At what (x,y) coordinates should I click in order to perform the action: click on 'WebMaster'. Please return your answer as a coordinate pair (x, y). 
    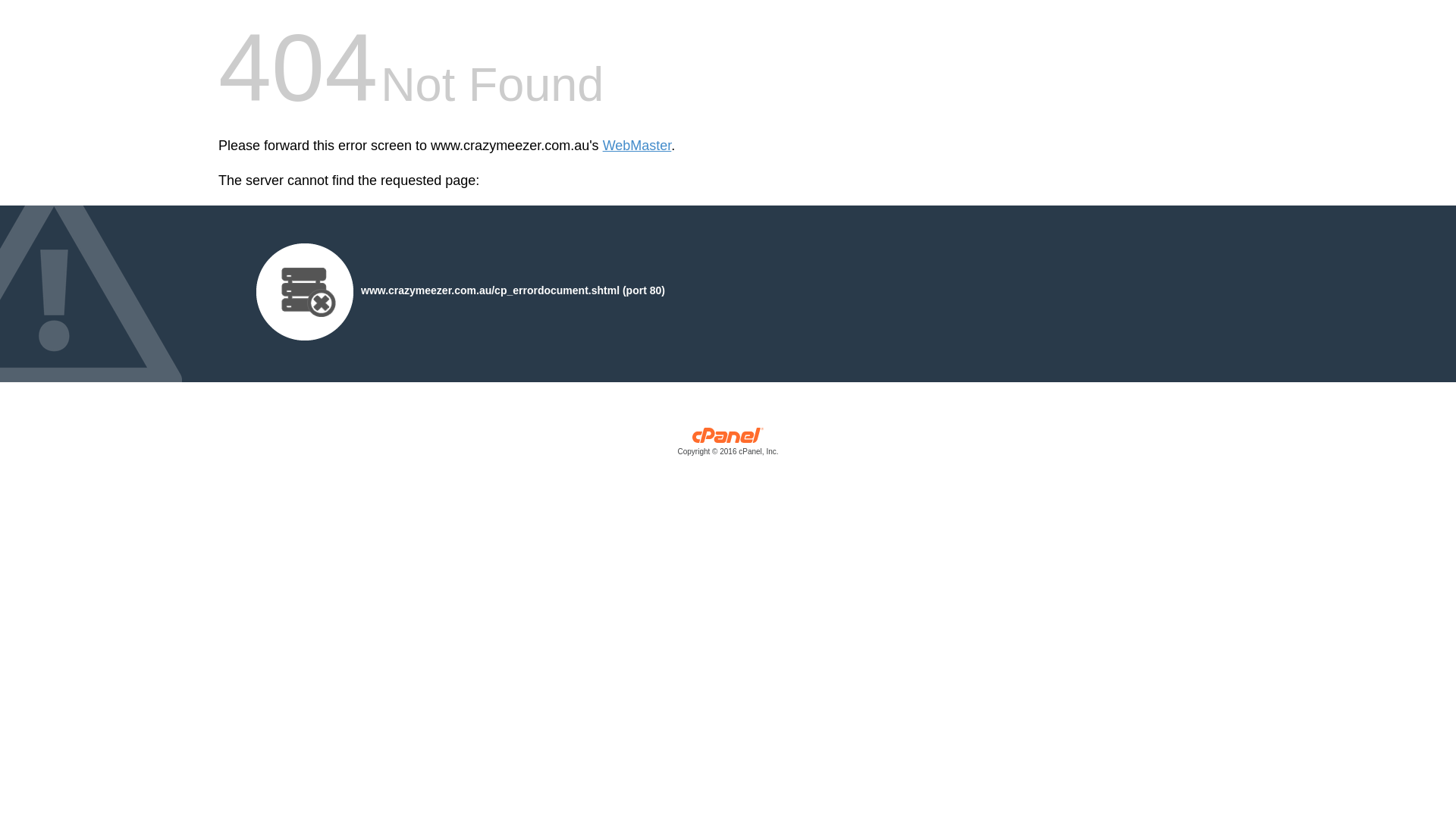
    Looking at the image, I should click on (637, 146).